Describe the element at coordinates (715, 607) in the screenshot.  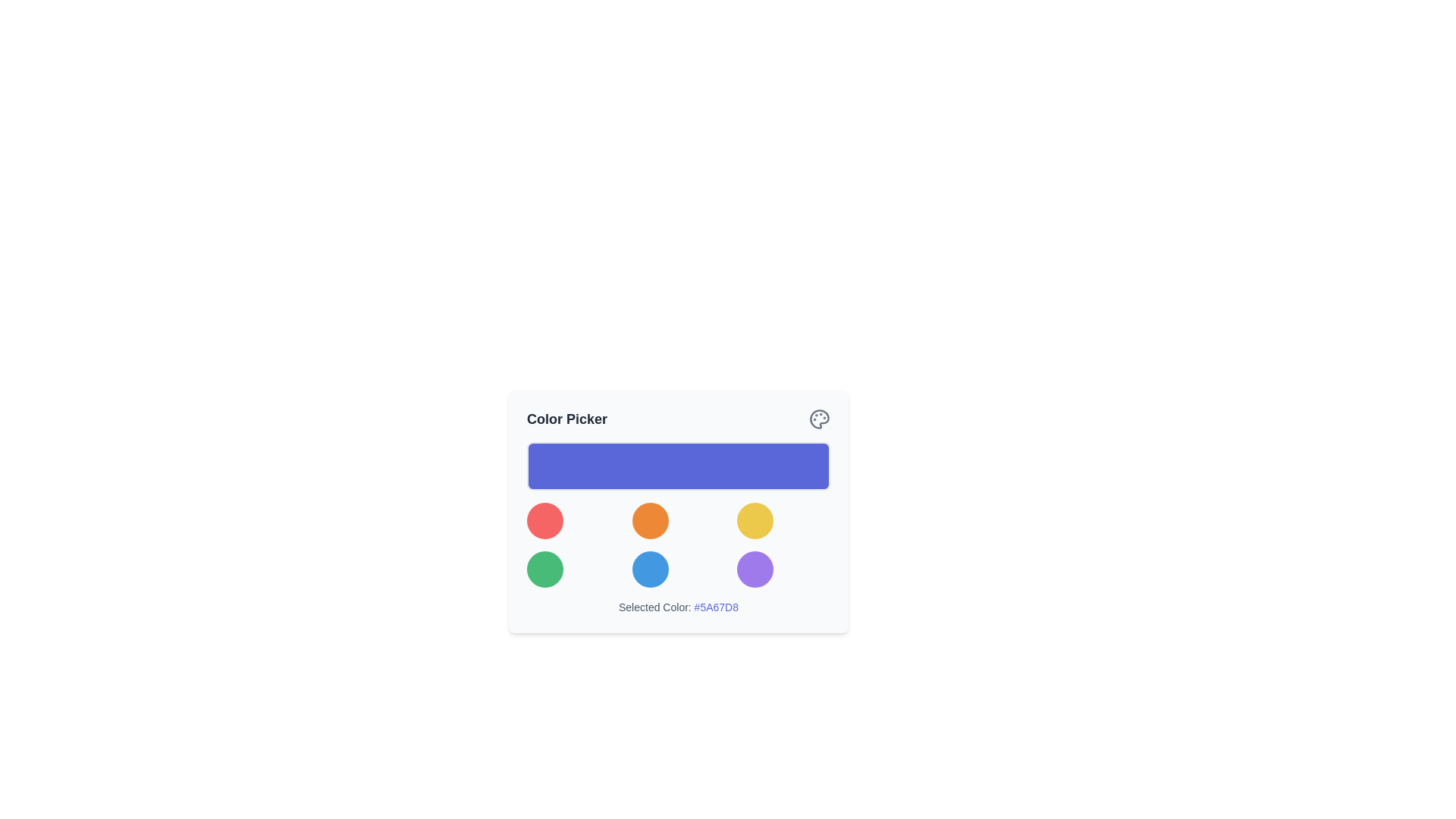
I see `the text label displaying '#5A67D8' in blue color, which is aligned horizontally after the label 'Selected Color:' in the 'Color Picker' interface` at that location.